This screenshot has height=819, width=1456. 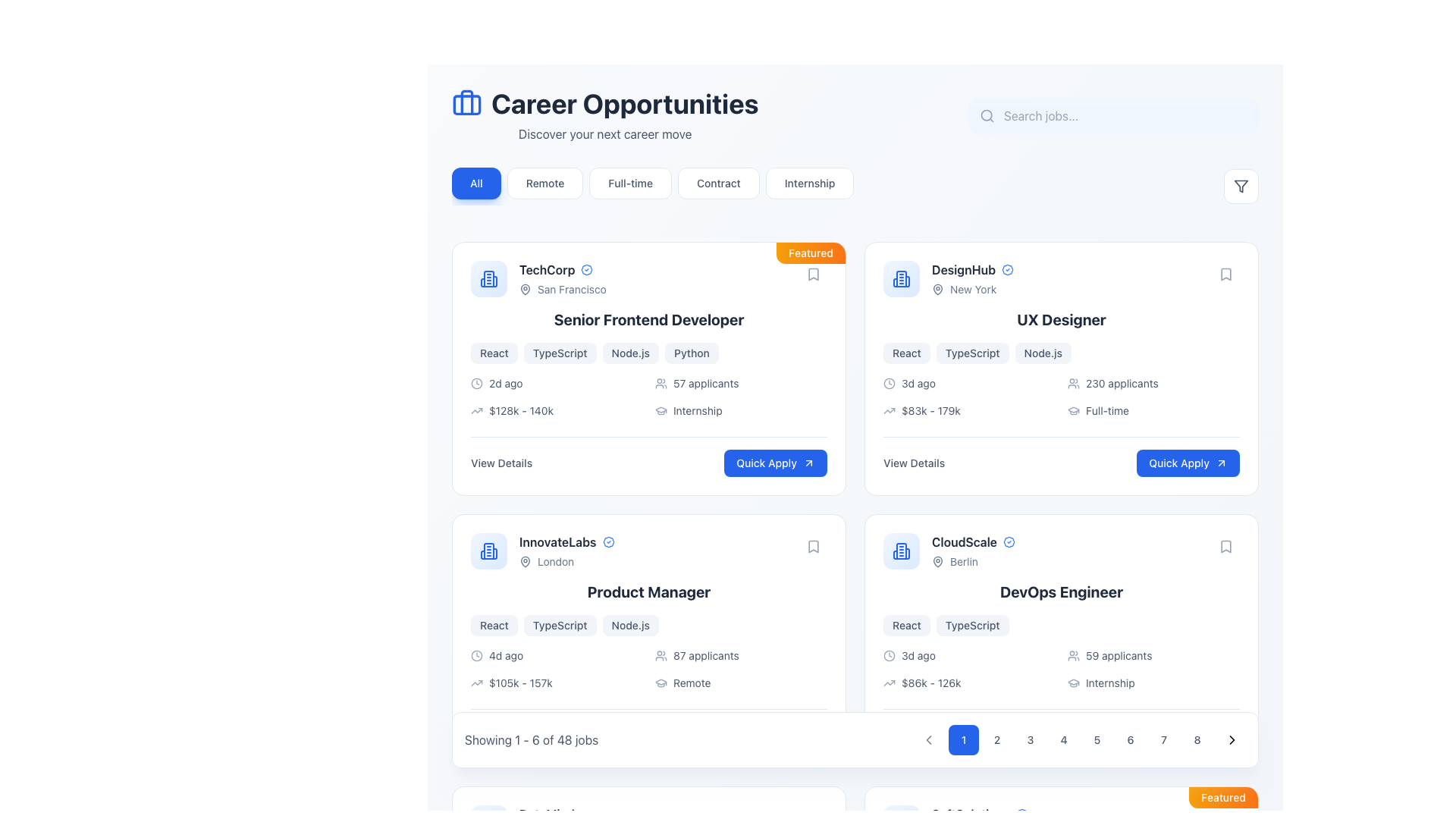 What do you see at coordinates (586, 268) in the screenshot?
I see `the decorative background element of the badge icon located in the top-left corner of the job card labeled 'TechCorp'` at bounding box center [586, 268].